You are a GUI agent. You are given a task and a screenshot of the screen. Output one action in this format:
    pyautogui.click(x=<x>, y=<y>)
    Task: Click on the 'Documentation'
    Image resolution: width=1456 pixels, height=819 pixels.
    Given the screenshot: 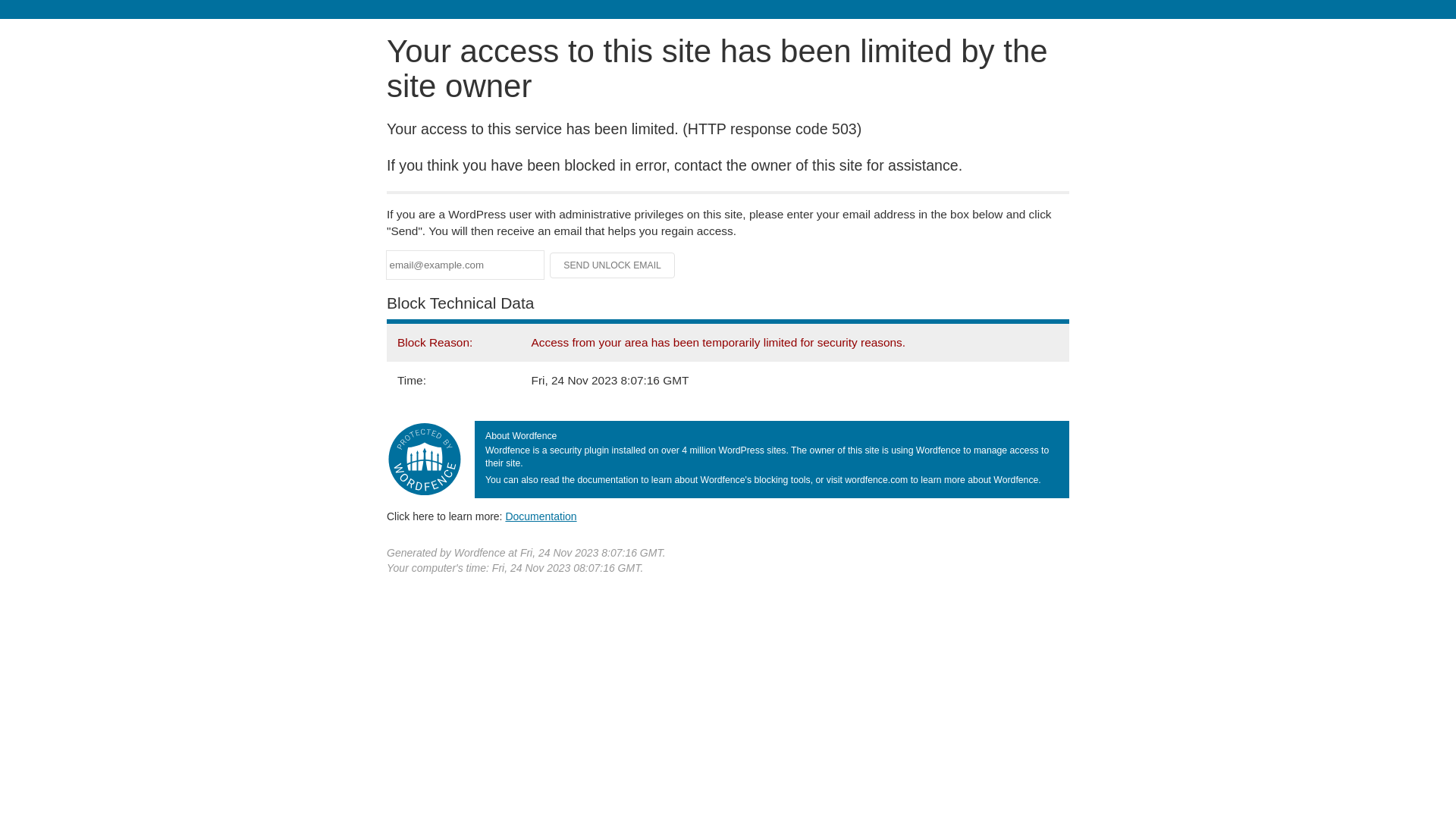 What is the action you would take?
    pyautogui.click(x=541, y=516)
    